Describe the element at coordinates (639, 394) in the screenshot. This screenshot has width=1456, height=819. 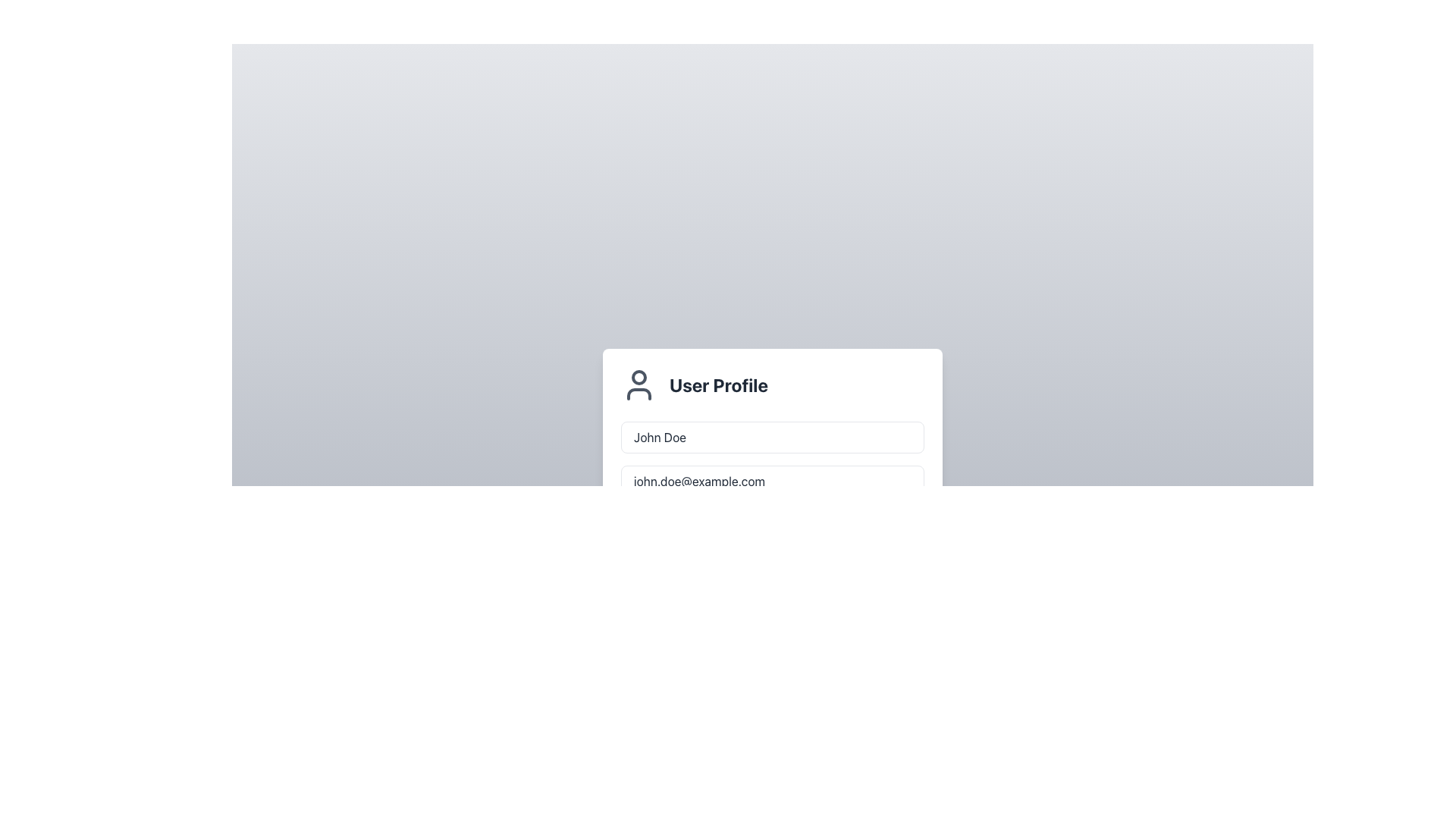
I see `the lower part of the stylized human outline in the user profile icon, which is located directly under the circular head` at that location.